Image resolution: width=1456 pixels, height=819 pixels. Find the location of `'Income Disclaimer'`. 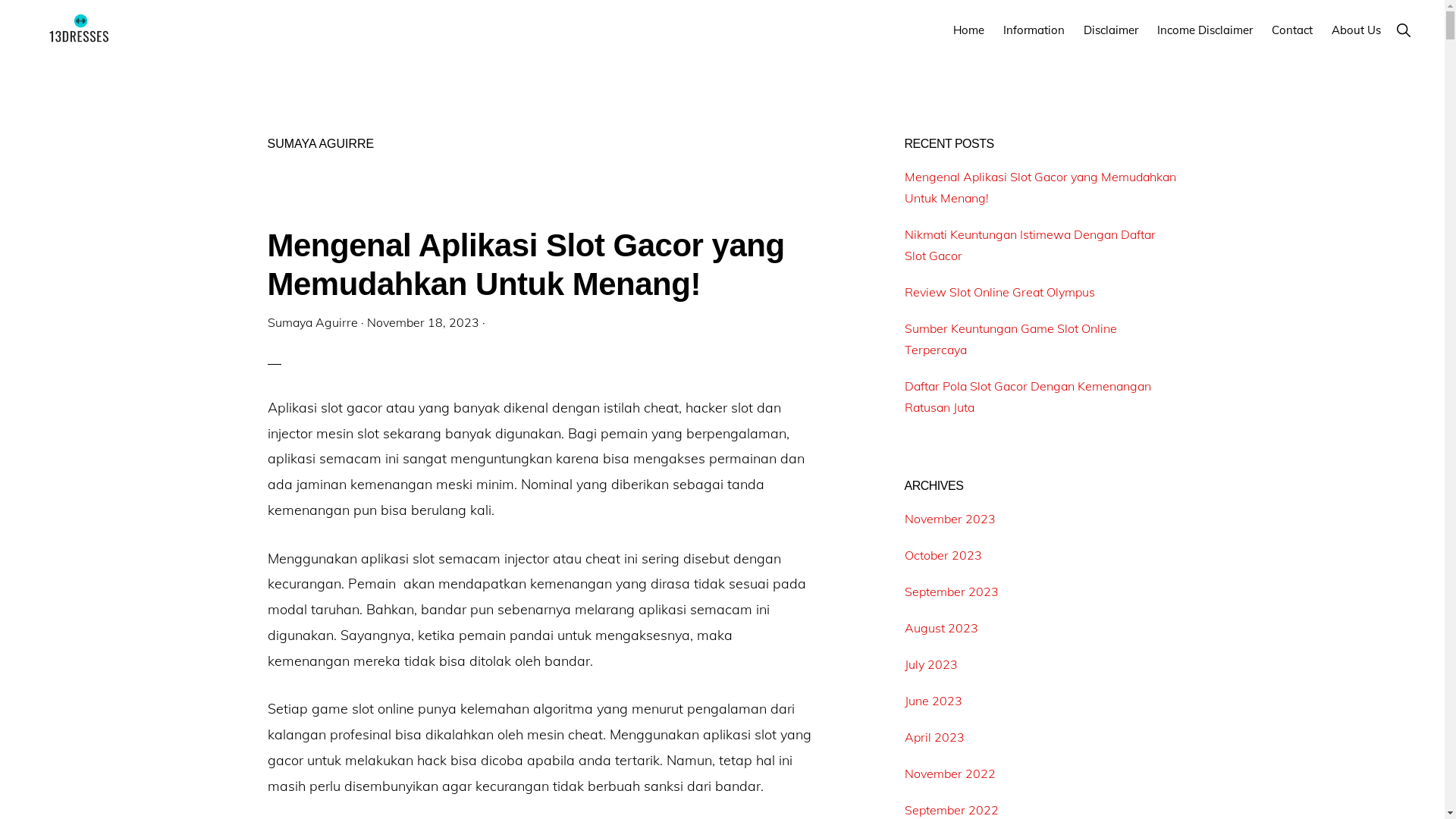

'Income Disclaimer' is located at coordinates (1203, 30).